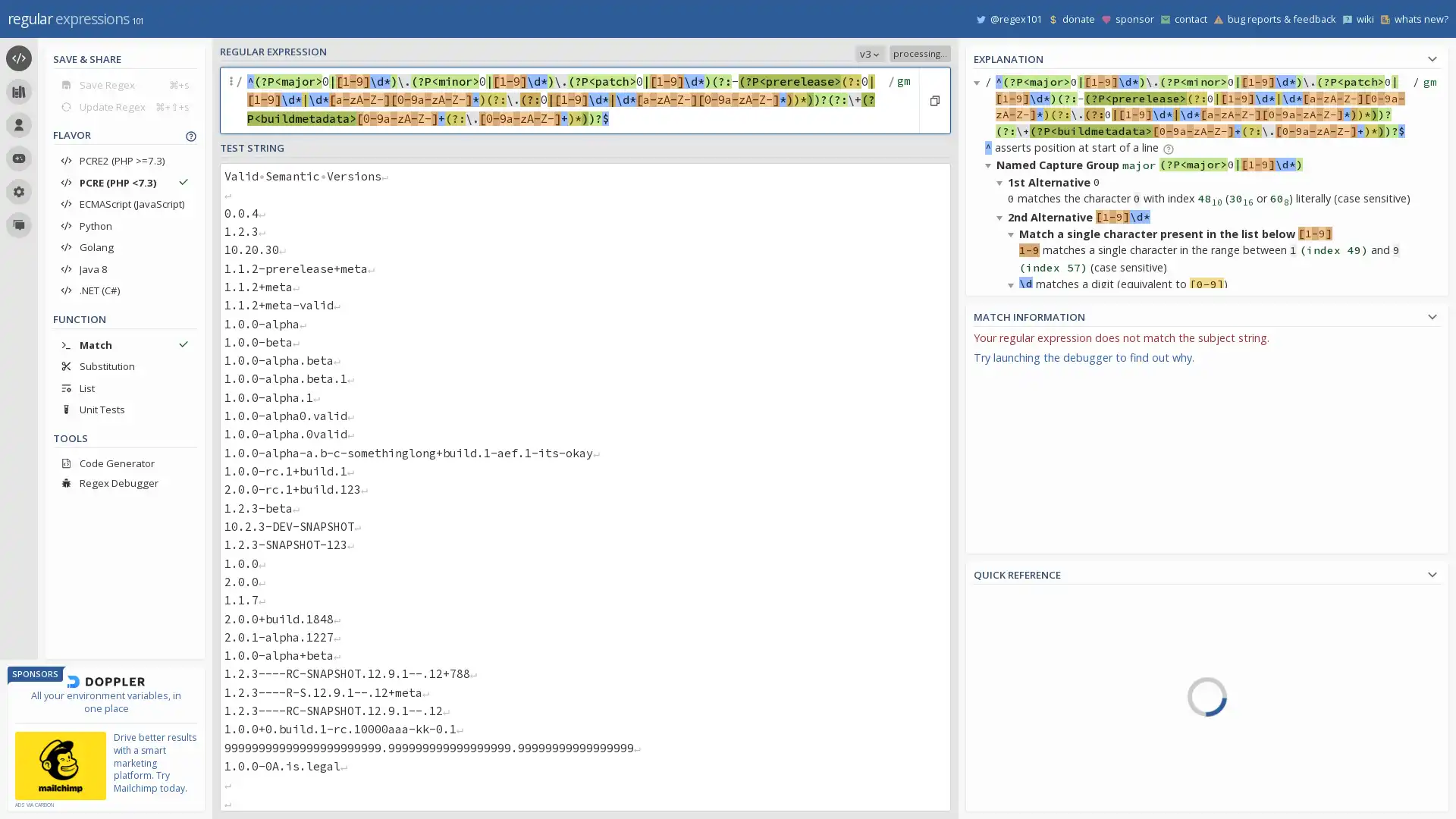 Image resolution: width=1456 pixels, height=819 pixels. I want to click on Match 1, so click(1014, 348).